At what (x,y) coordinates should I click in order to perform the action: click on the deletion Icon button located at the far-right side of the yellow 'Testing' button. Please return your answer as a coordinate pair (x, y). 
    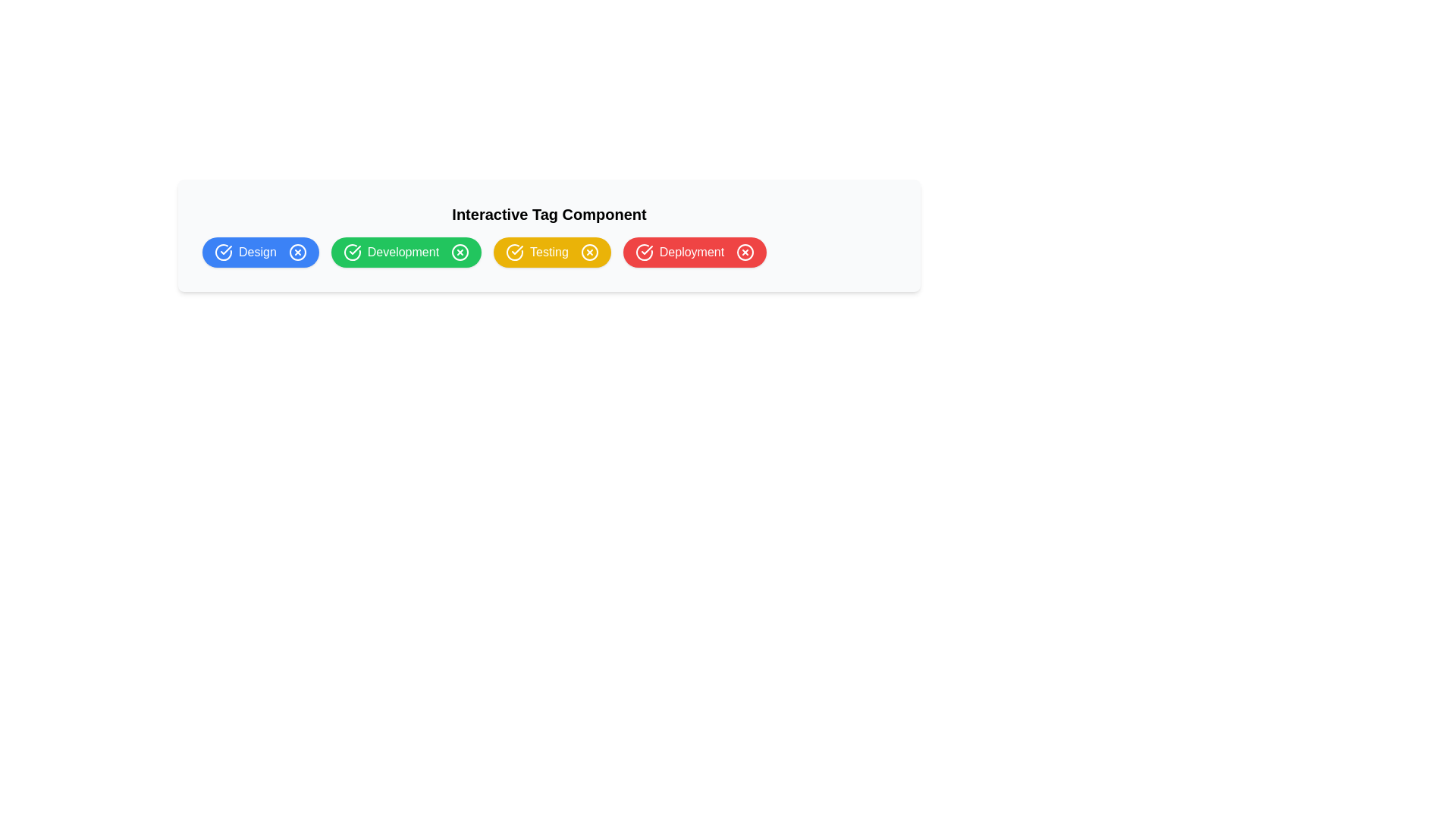
    Looking at the image, I should click on (588, 251).